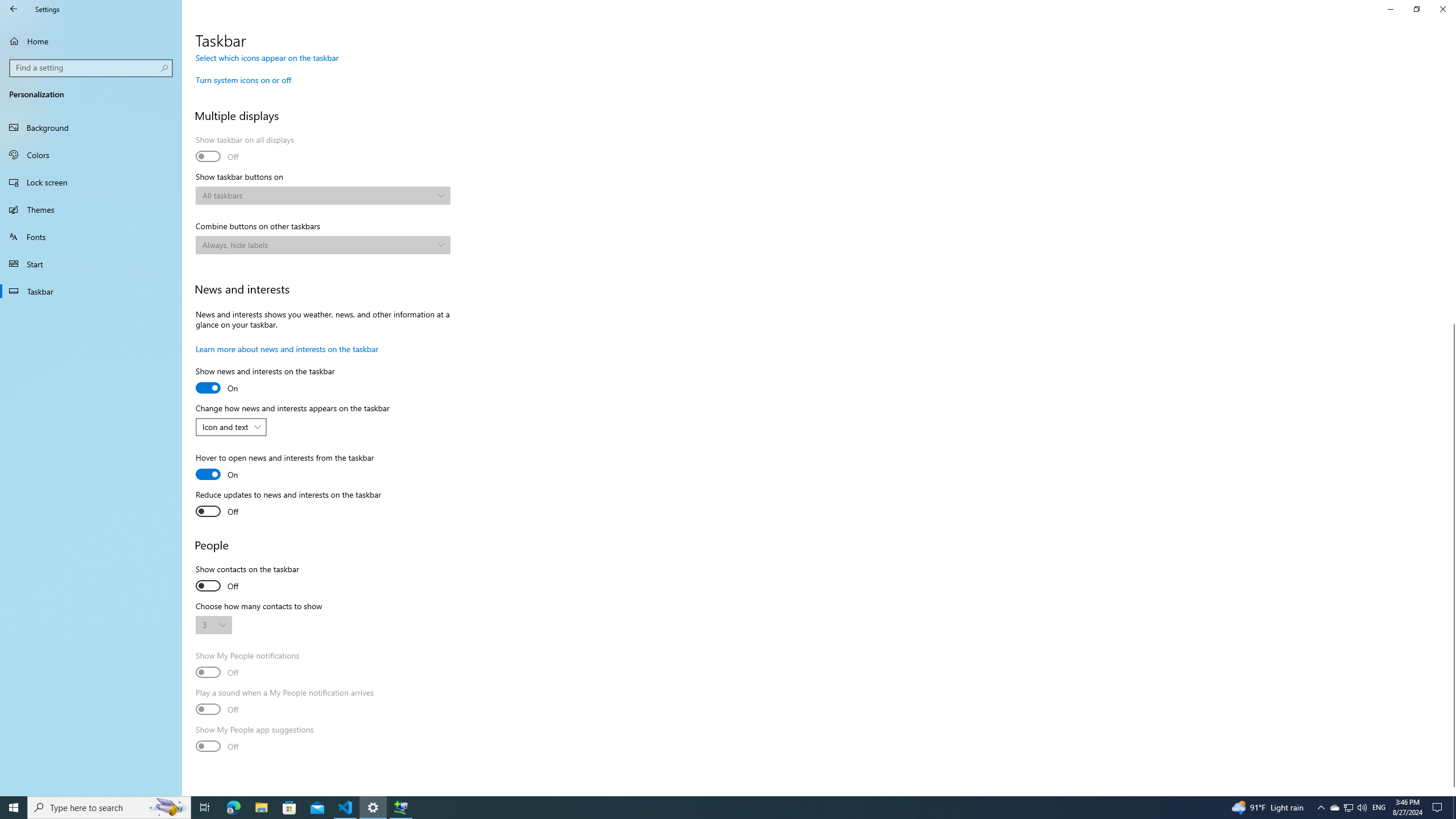  What do you see at coordinates (1451, 59) in the screenshot?
I see `'Vertical Small Decrease'` at bounding box center [1451, 59].